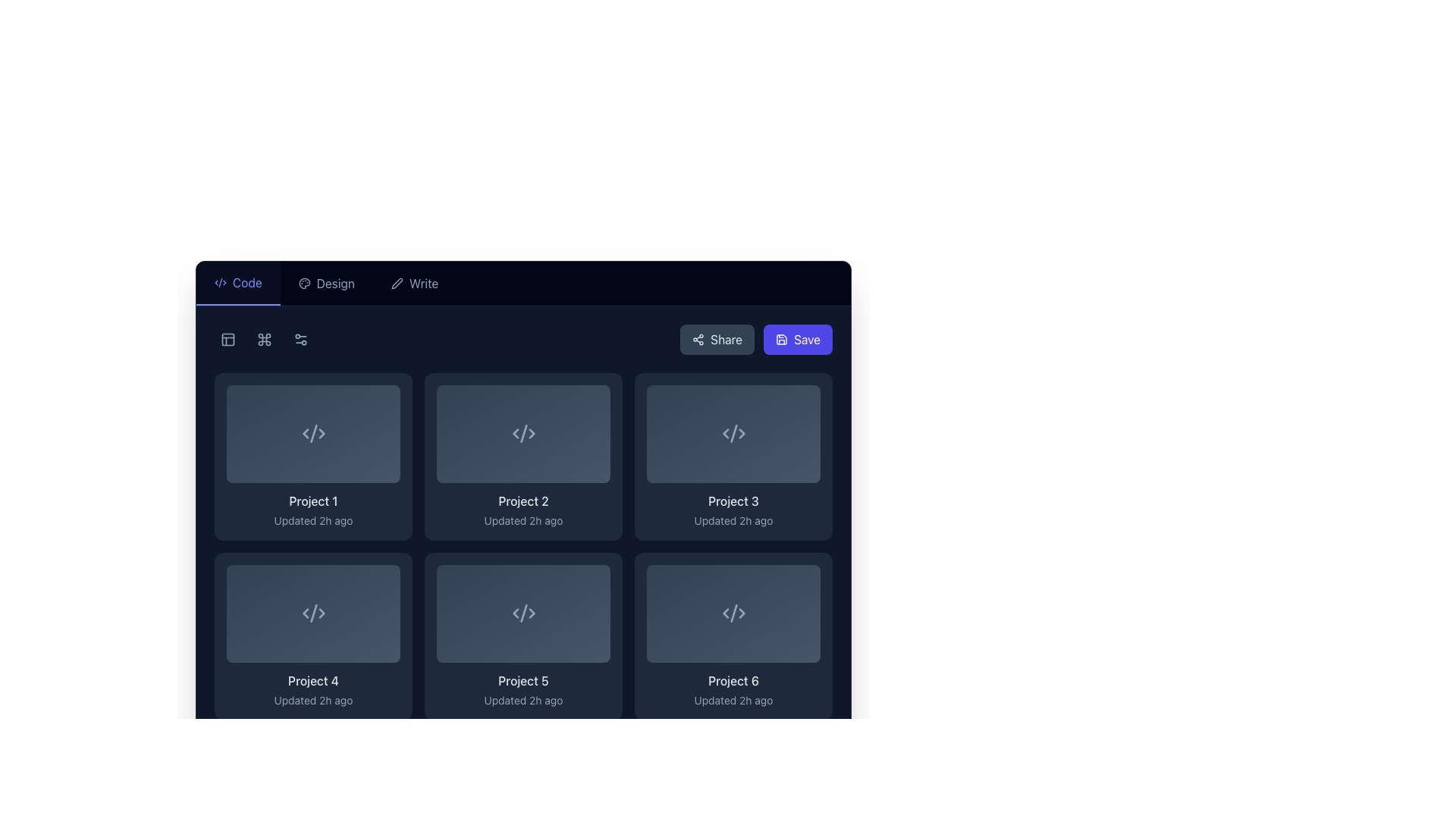  Describe the element at coordinates (397, 284) in the screenshot. I see `the 'Write' icon located in the navigation bar at the top of the interface` at that location.